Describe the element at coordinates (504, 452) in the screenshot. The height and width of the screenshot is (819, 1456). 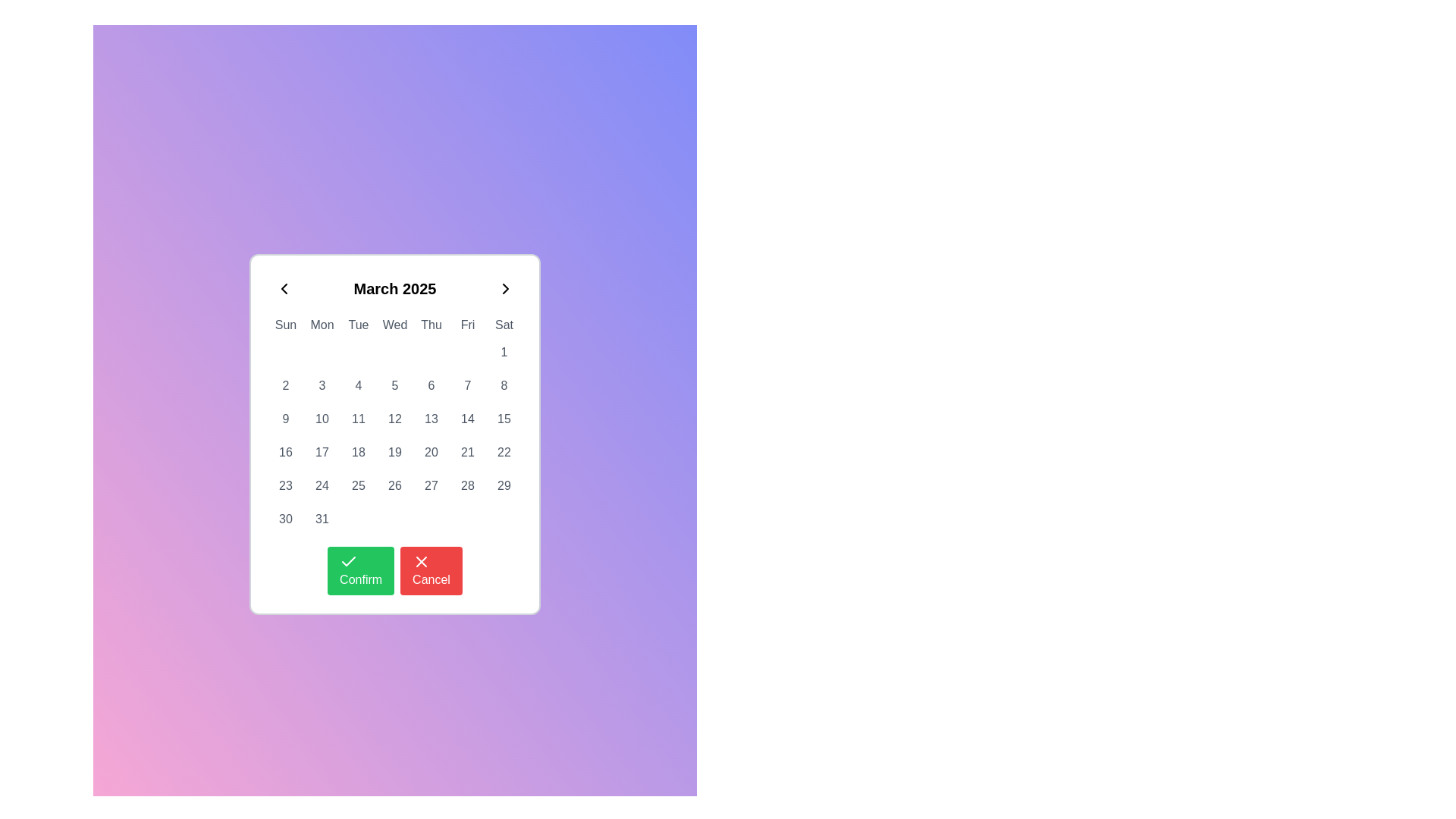
I see `the selectable calendar day button representing the 22nd day of the month, located under 'Sat' adjacent to '21'` at that location.